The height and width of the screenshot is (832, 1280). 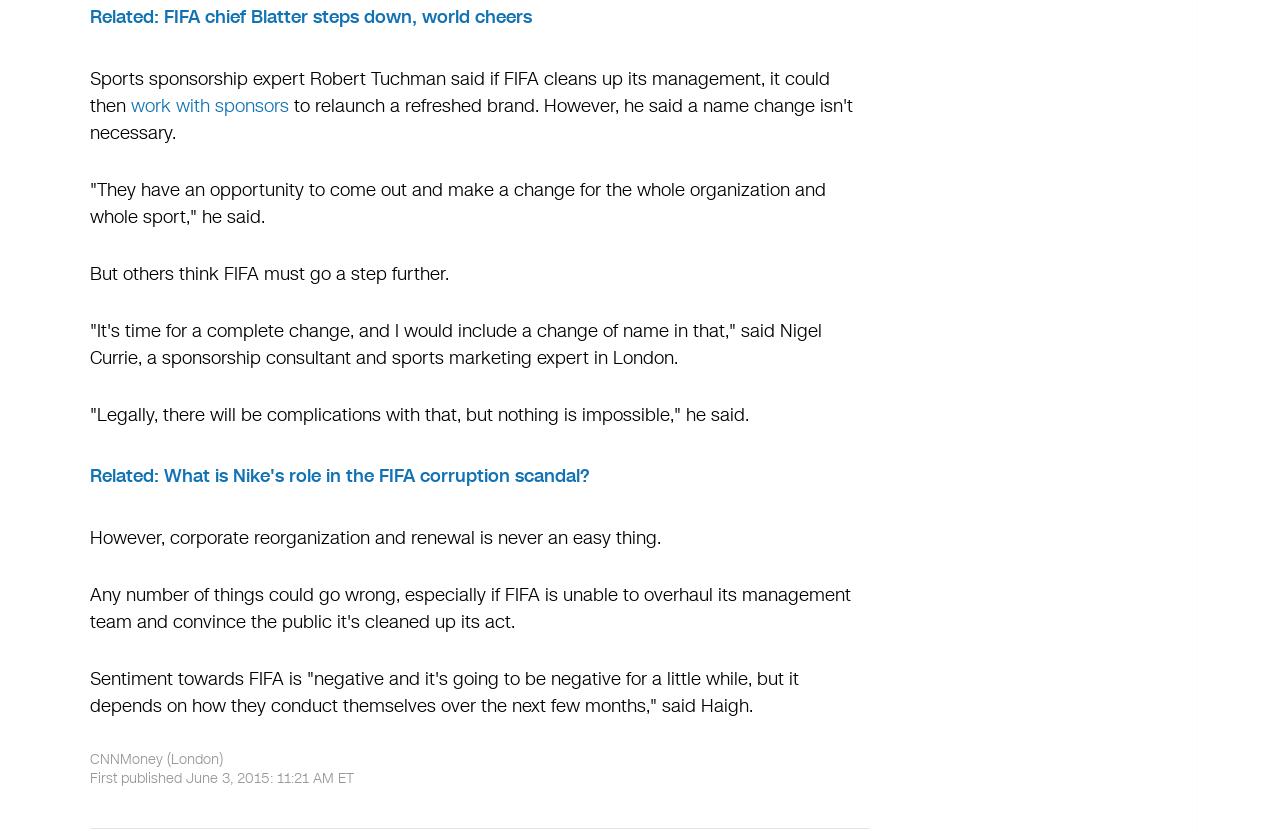 I want to click on 'to relaunch a refreshed brand. However, he said a name change isn't necessary.', so click(x=470, y=119).